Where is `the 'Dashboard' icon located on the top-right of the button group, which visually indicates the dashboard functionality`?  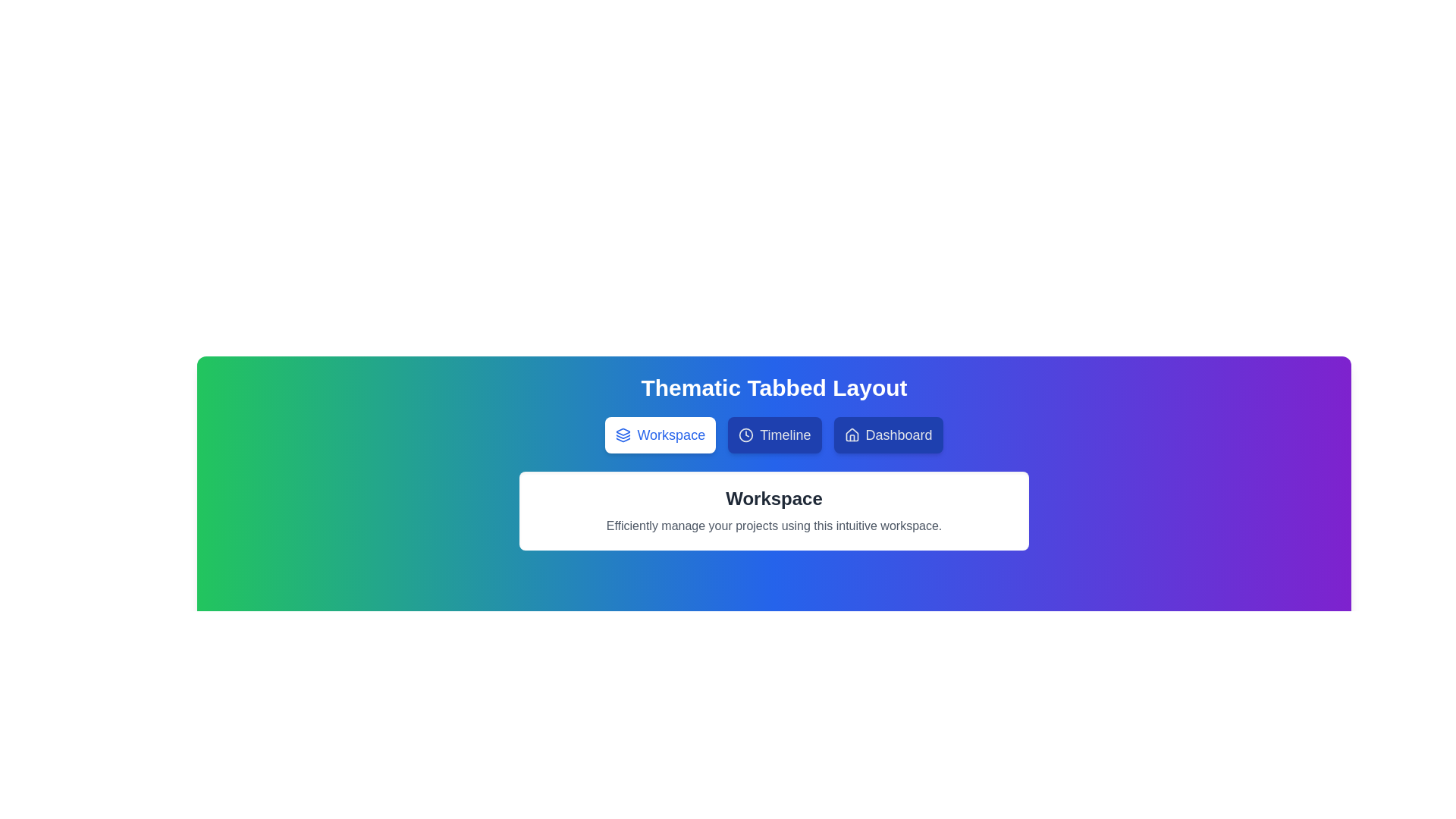
the 'Dashboard' icon located on the top-right of the button group, which visually indicates the dashboard functionality is located at coordinates (852, 435).